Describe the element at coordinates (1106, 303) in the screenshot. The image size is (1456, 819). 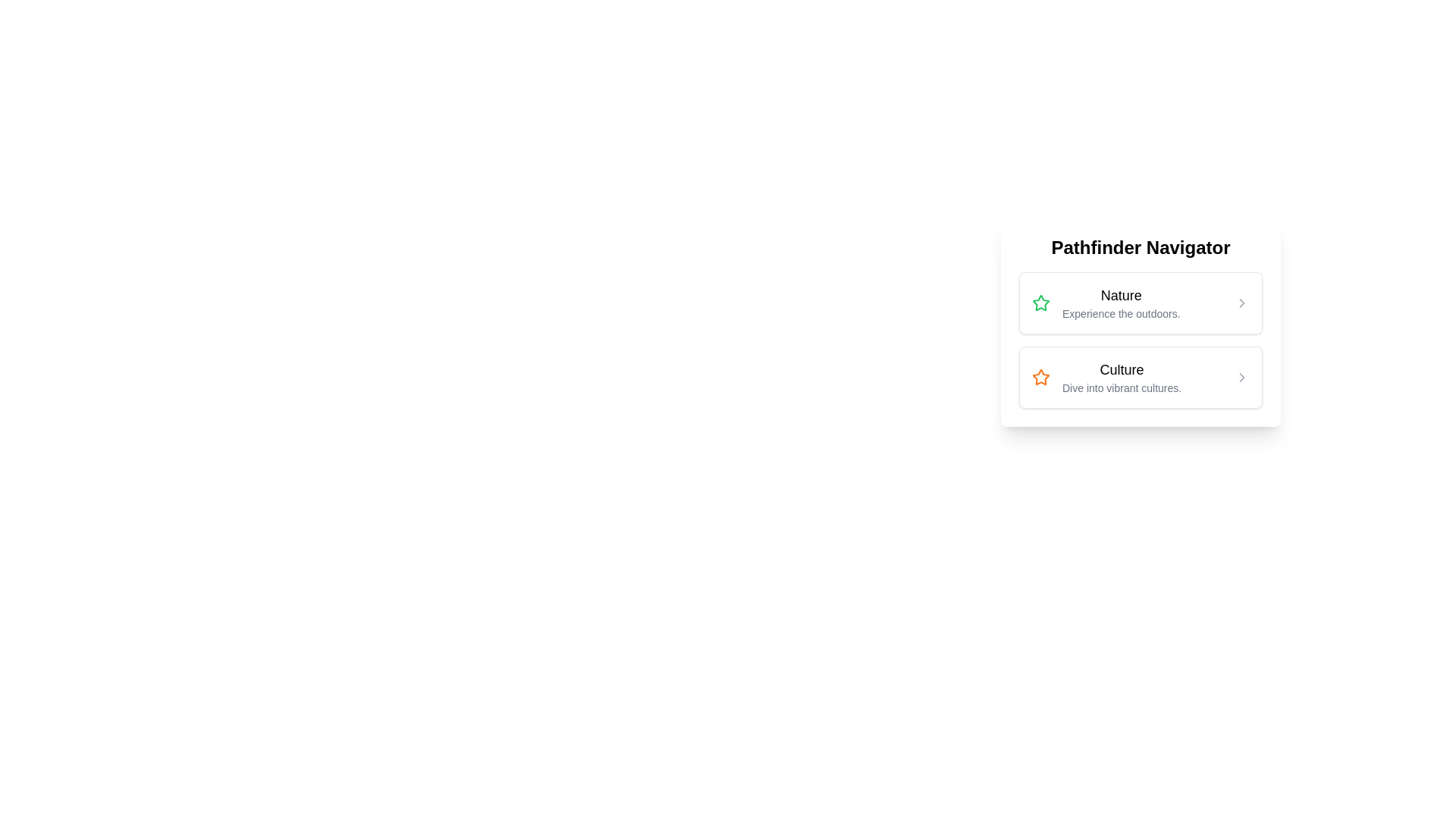
I see `the descriptive item containing the bold black text 'Nature' and the smaller gray text 'Experience the outdoors.' with a green star icon on the left` at that location.